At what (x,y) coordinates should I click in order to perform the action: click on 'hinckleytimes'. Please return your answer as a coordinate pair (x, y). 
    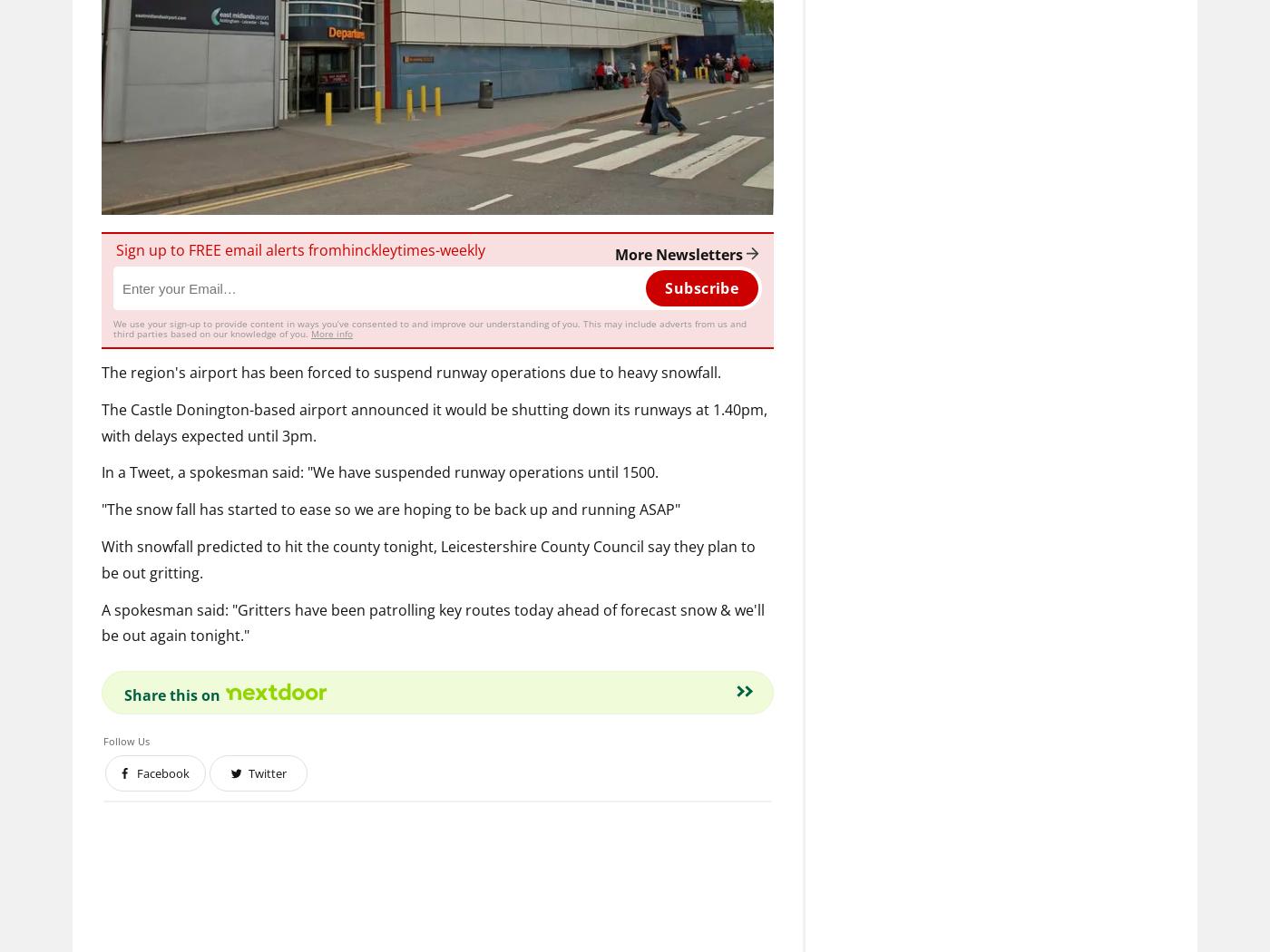
    Looking at the image, I should click on (388, 248).